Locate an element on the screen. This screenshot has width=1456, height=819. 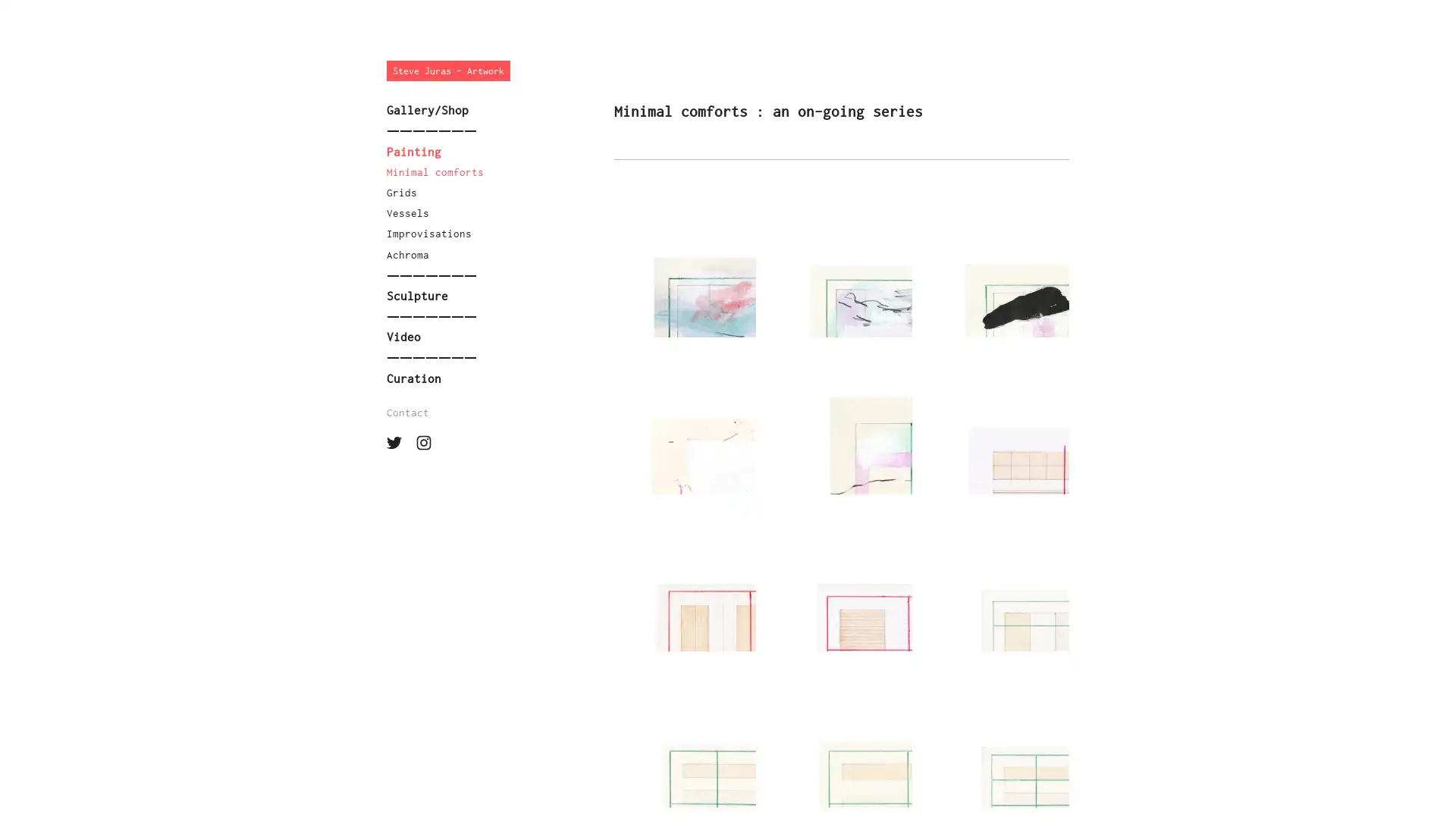
View fullsize Keep it simple stupid is located at coordinates (840, 736).